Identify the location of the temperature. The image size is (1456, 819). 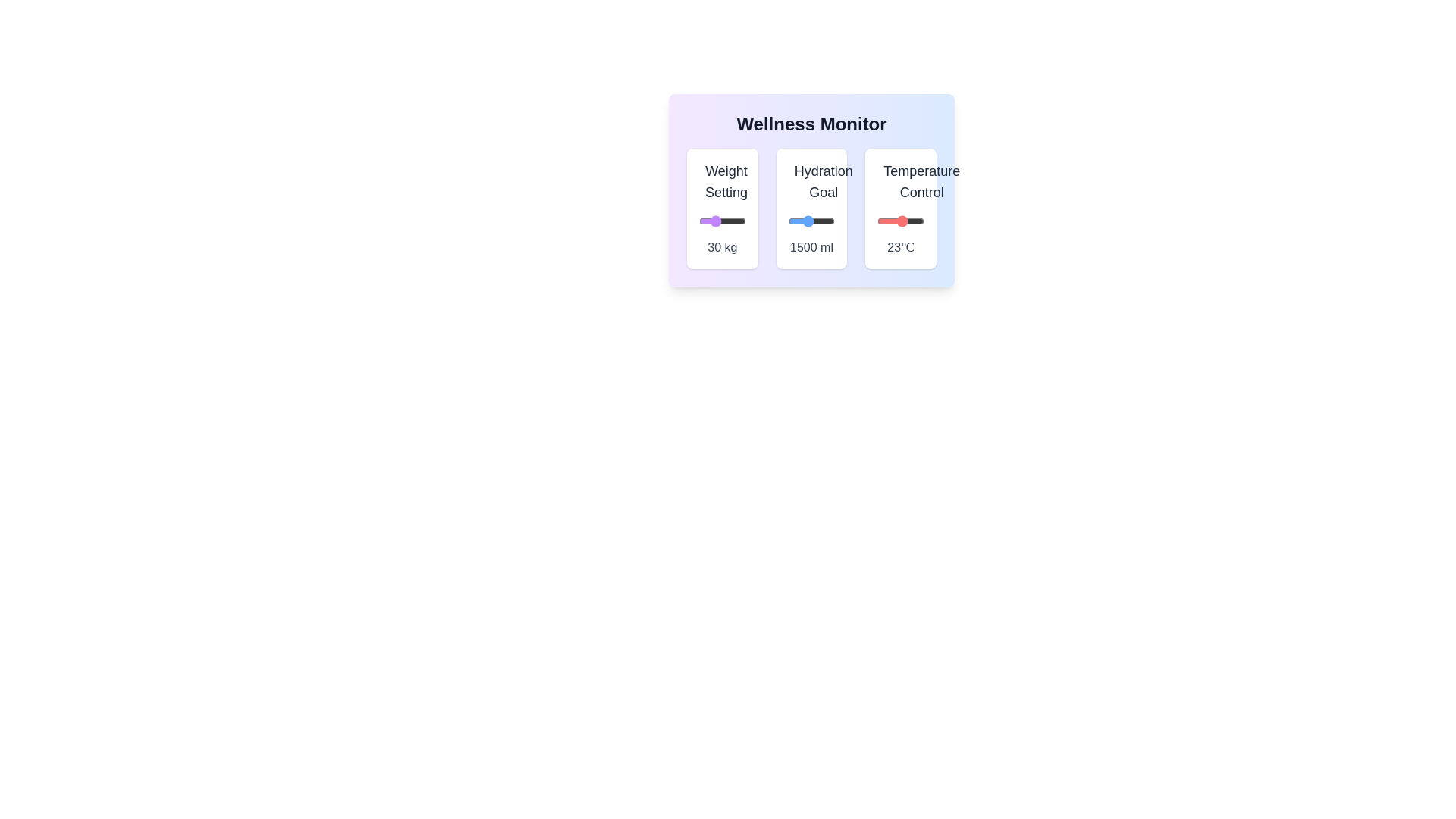
(903, 221).